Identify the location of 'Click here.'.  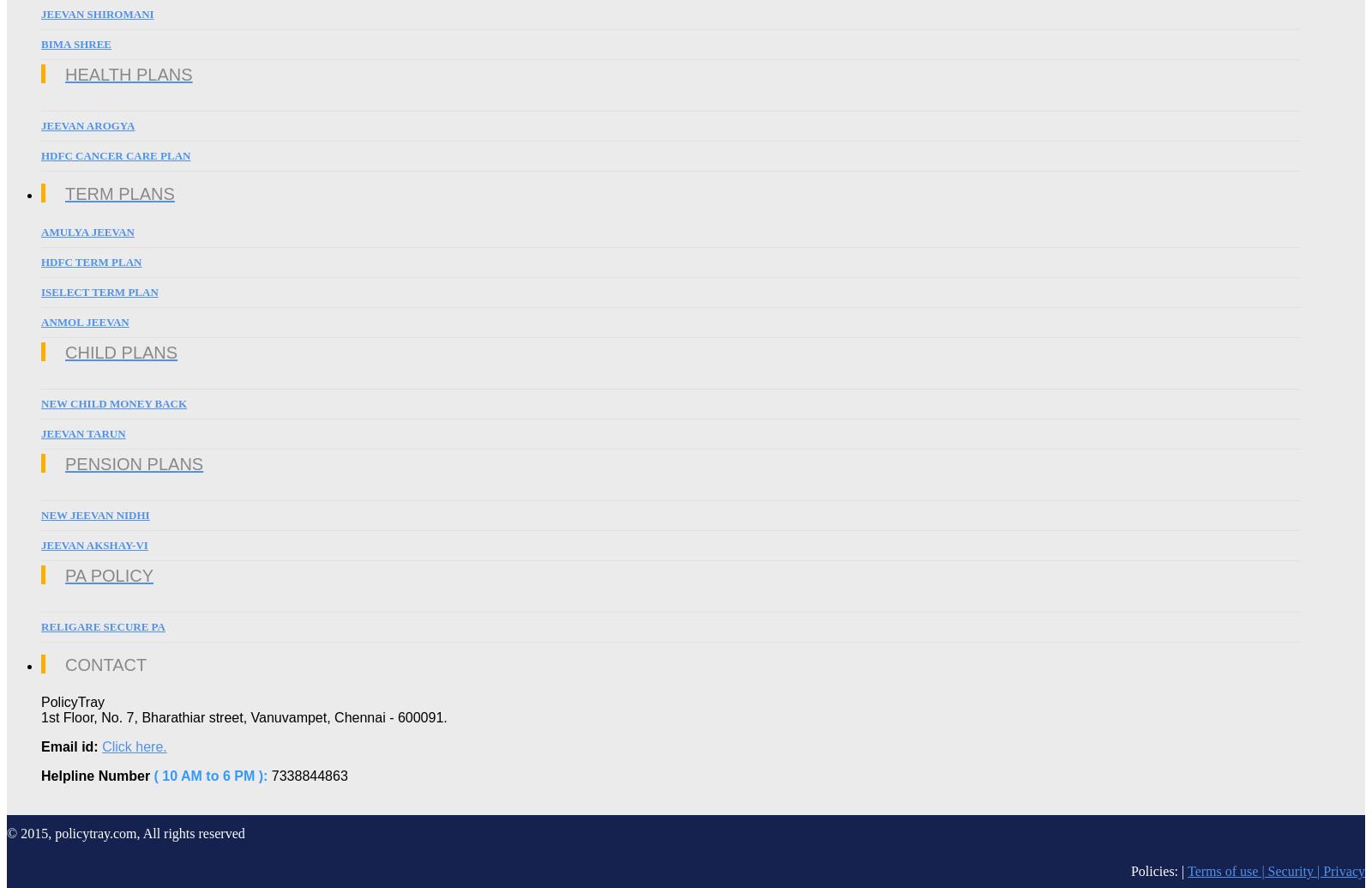
(101, 746).